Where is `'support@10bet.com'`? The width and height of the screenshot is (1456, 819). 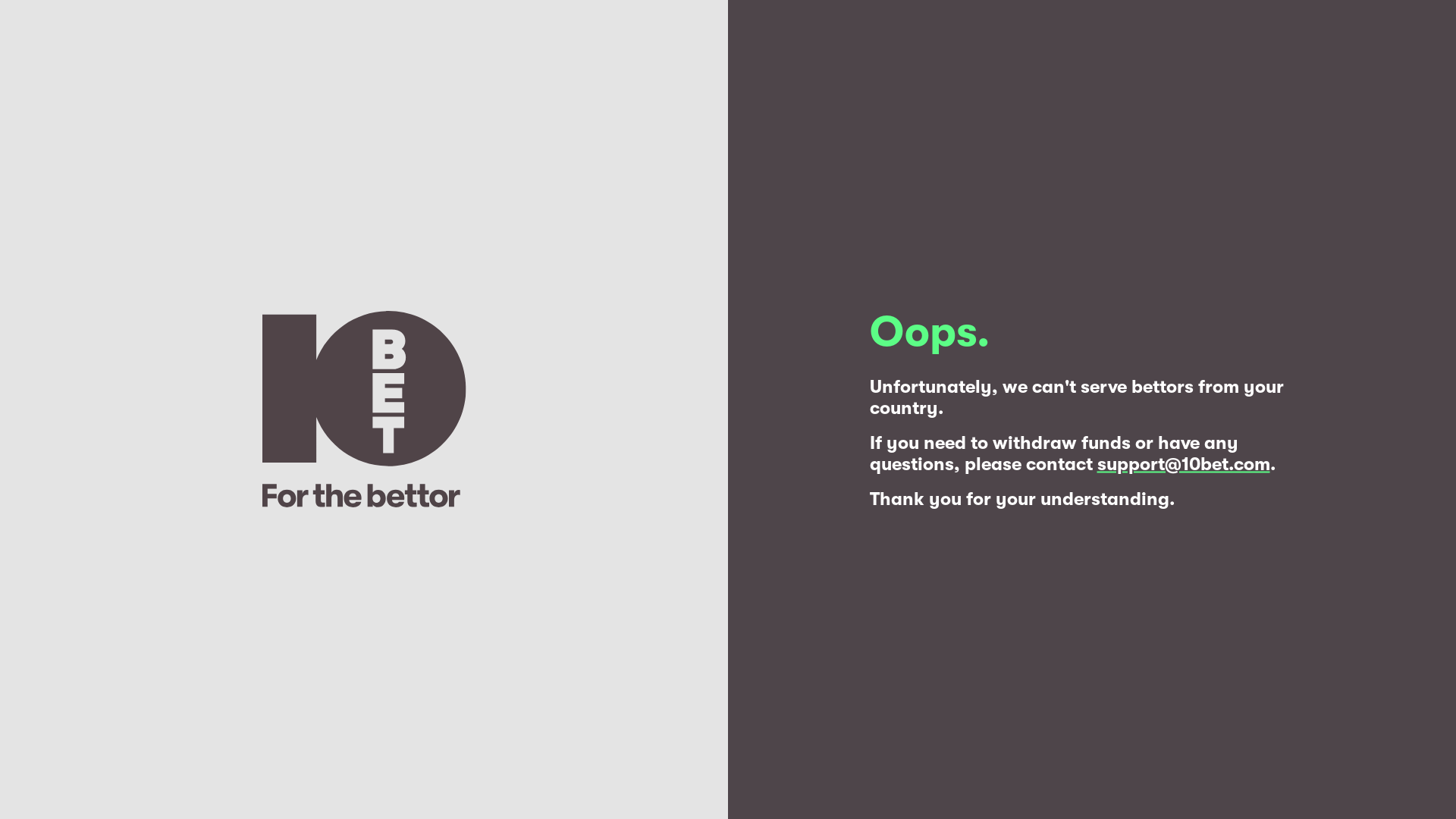 'support@10bet.com' is located at coordinates (1096, 463).